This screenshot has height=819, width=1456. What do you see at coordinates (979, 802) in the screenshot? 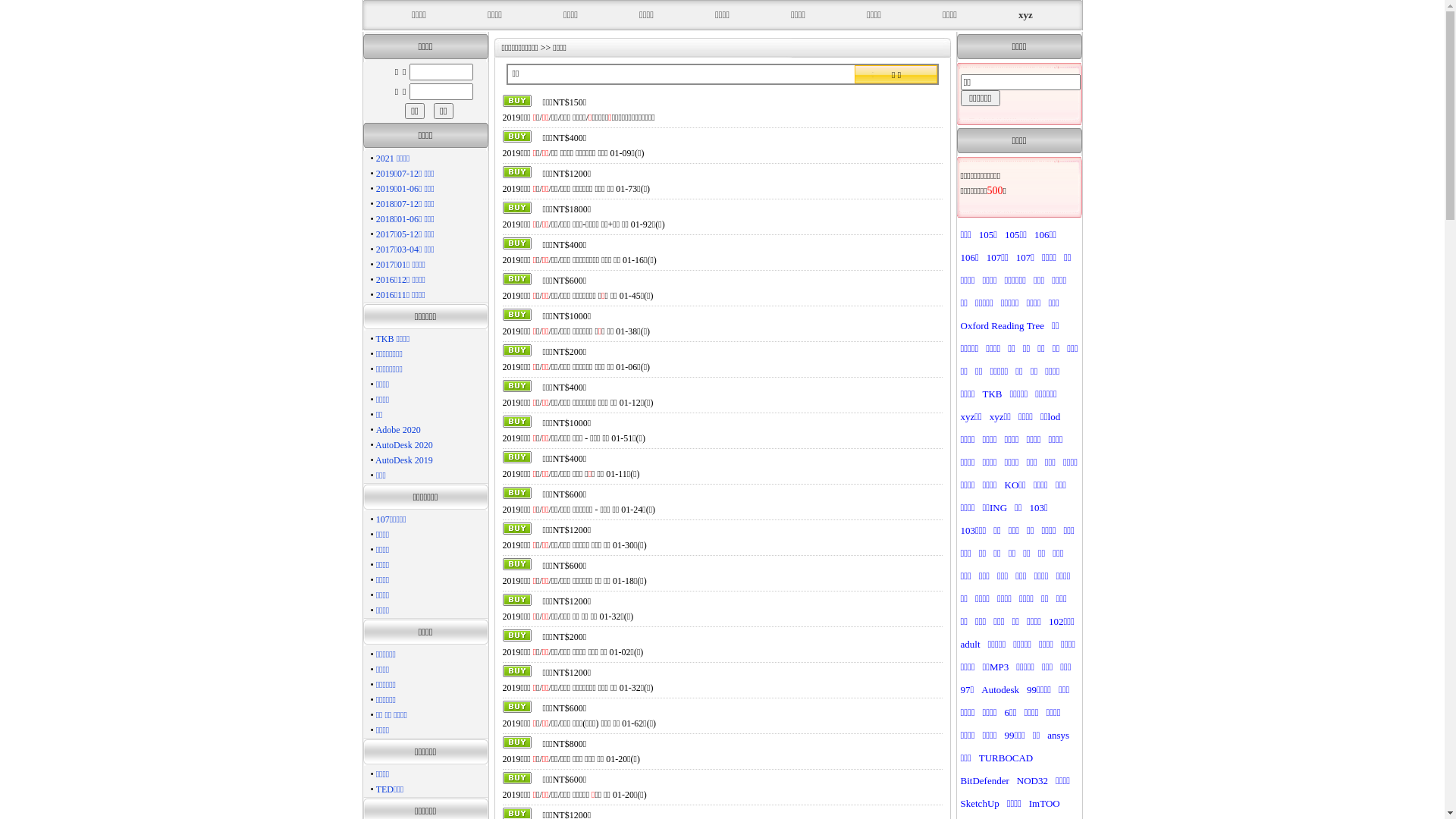
I see `'SketchUp'` at bounding box center [979, 802].